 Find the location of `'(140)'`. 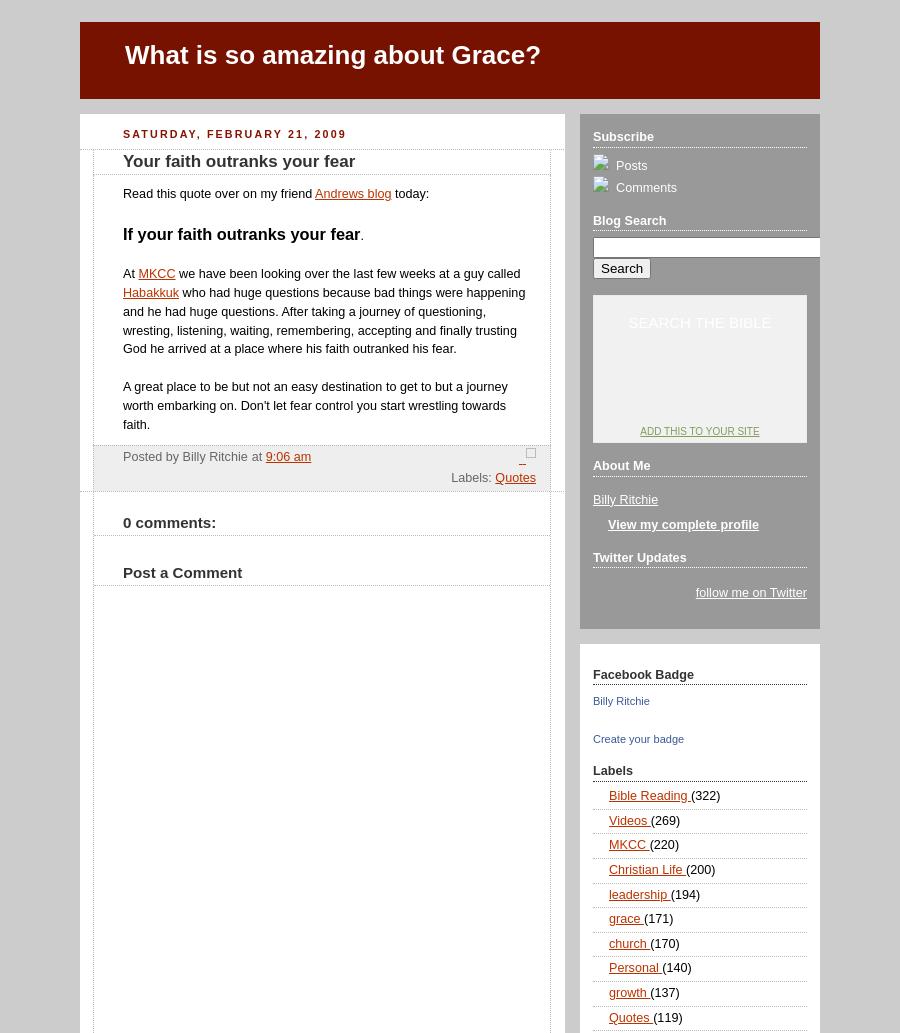

'(140)' is located at coordinates (675, 967).